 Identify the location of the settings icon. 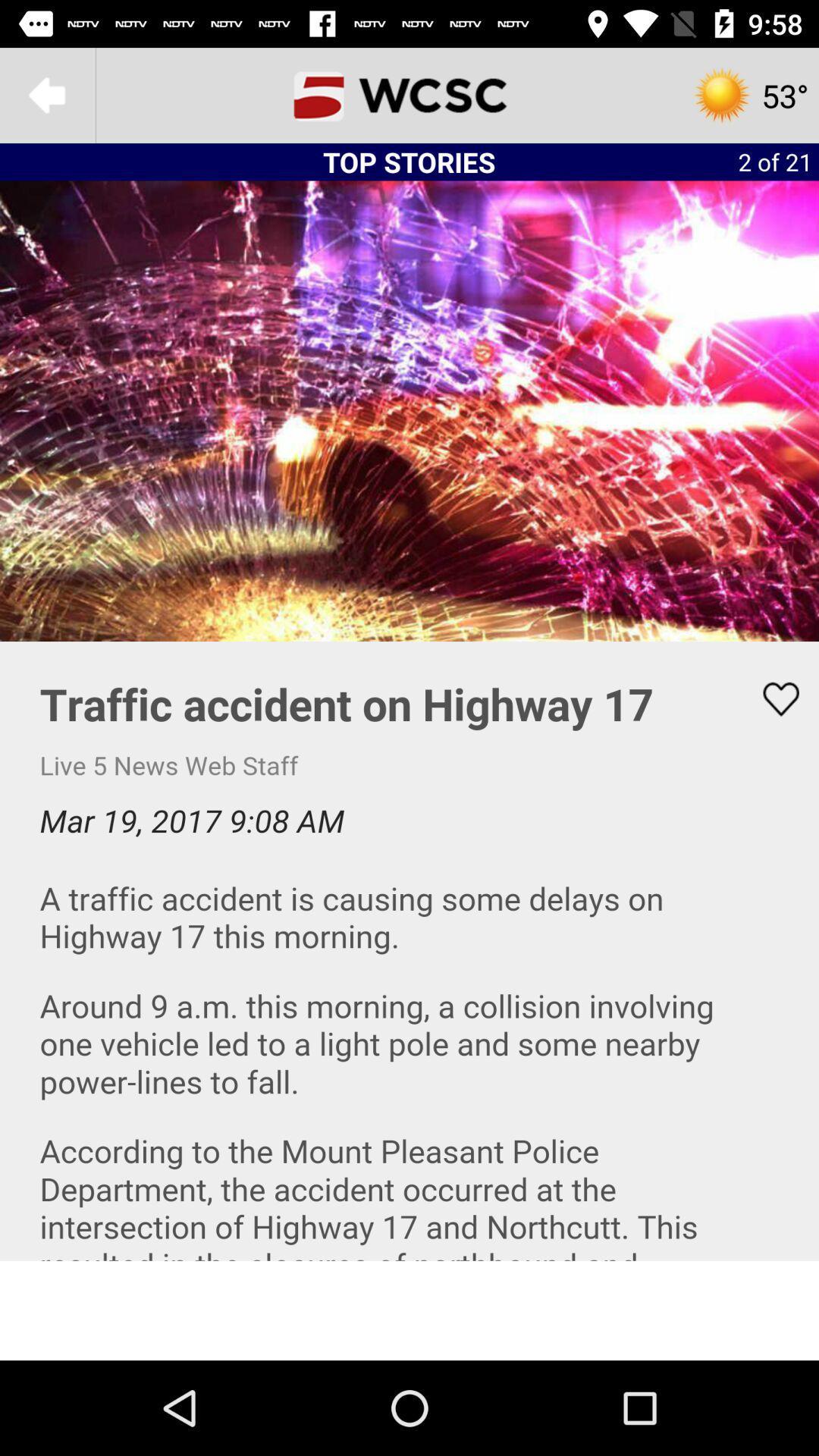
(749, 94).